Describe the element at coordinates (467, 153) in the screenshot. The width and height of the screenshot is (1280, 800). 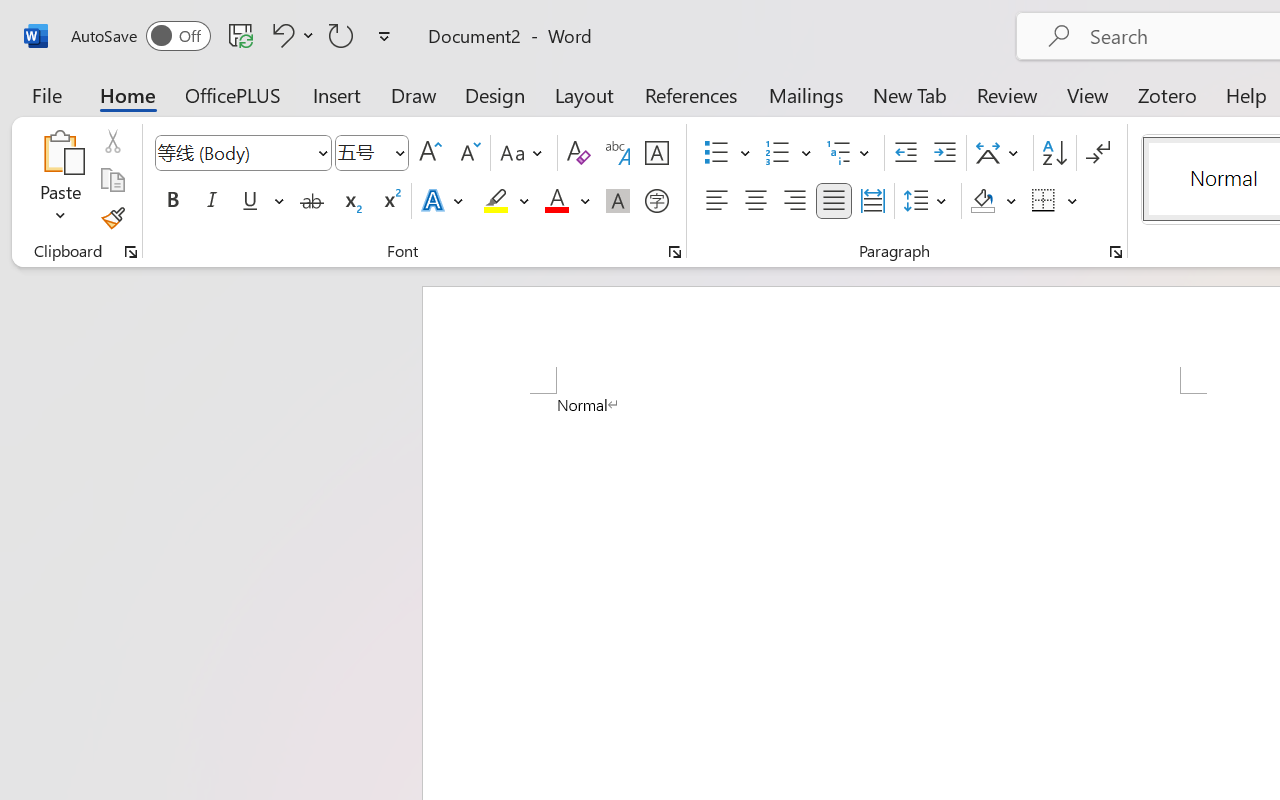
I see `'Shrink Font'` at that location.